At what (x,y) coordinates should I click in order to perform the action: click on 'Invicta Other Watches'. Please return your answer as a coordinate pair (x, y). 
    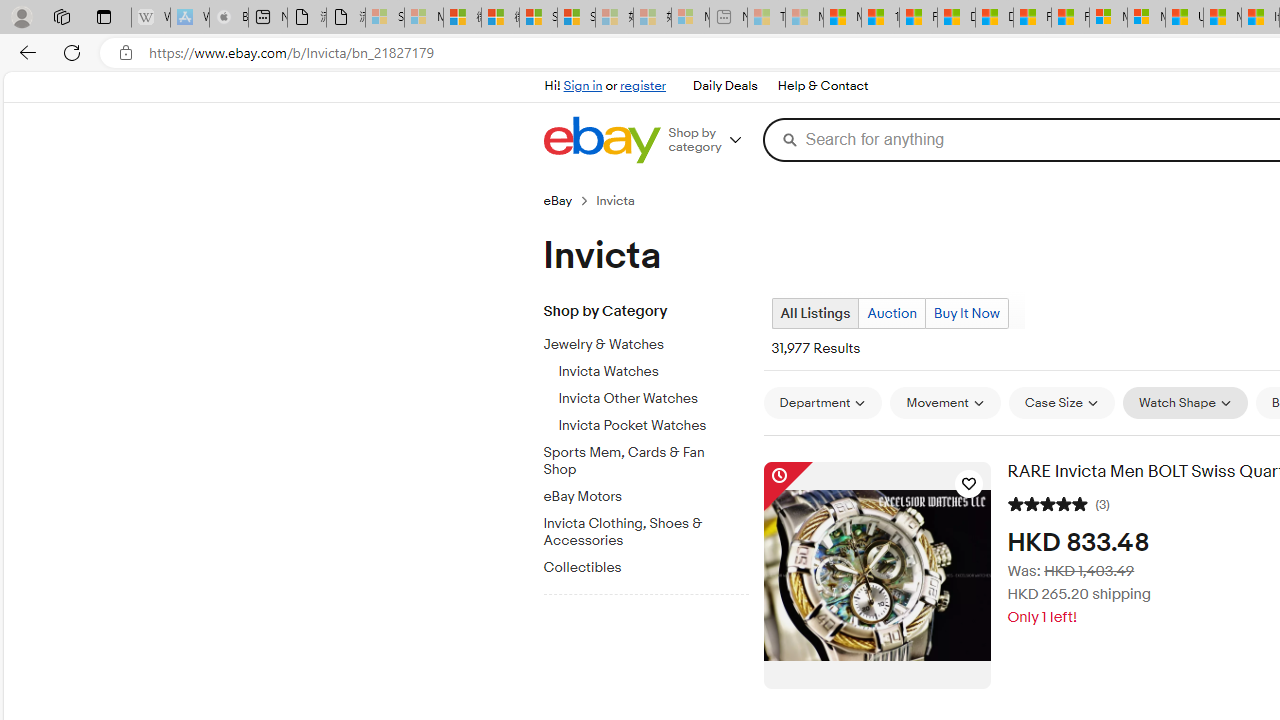
    Looking at the image, I should click on (653, 399).